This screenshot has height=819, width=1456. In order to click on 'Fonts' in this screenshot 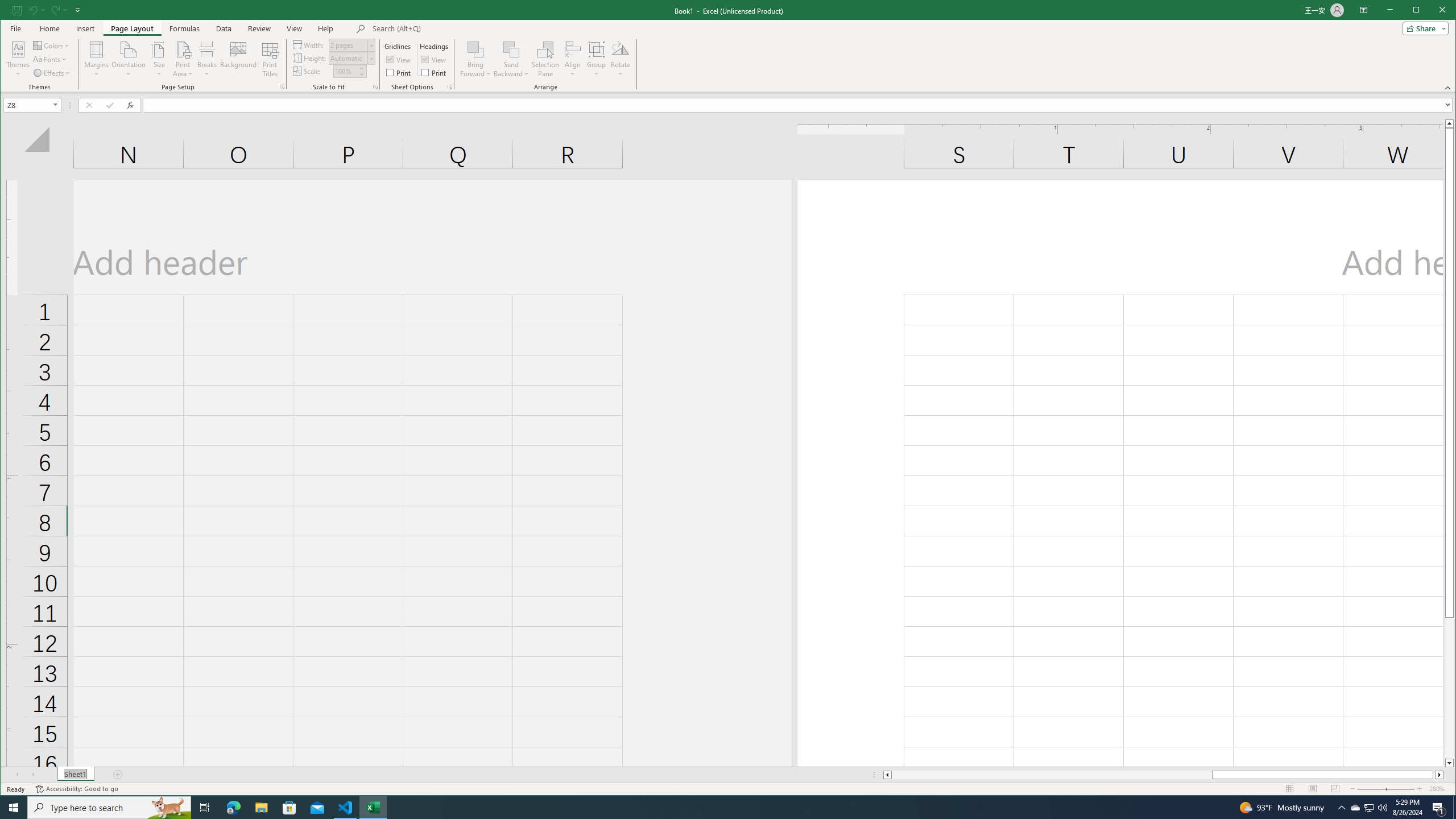, I will do `click(49, 59)`.